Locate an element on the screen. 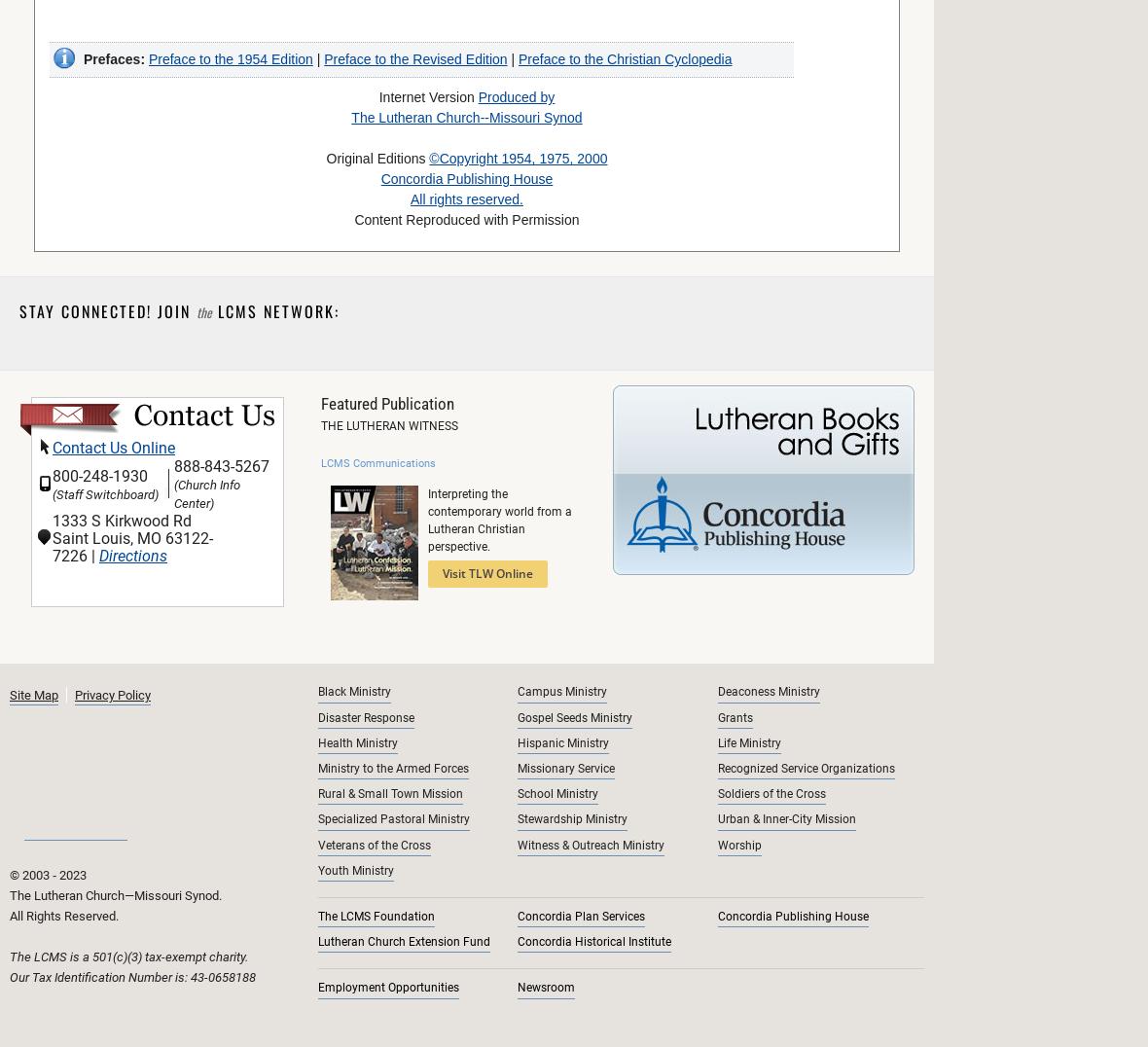  '888-843-5267' is located at coordinates (221, 465).